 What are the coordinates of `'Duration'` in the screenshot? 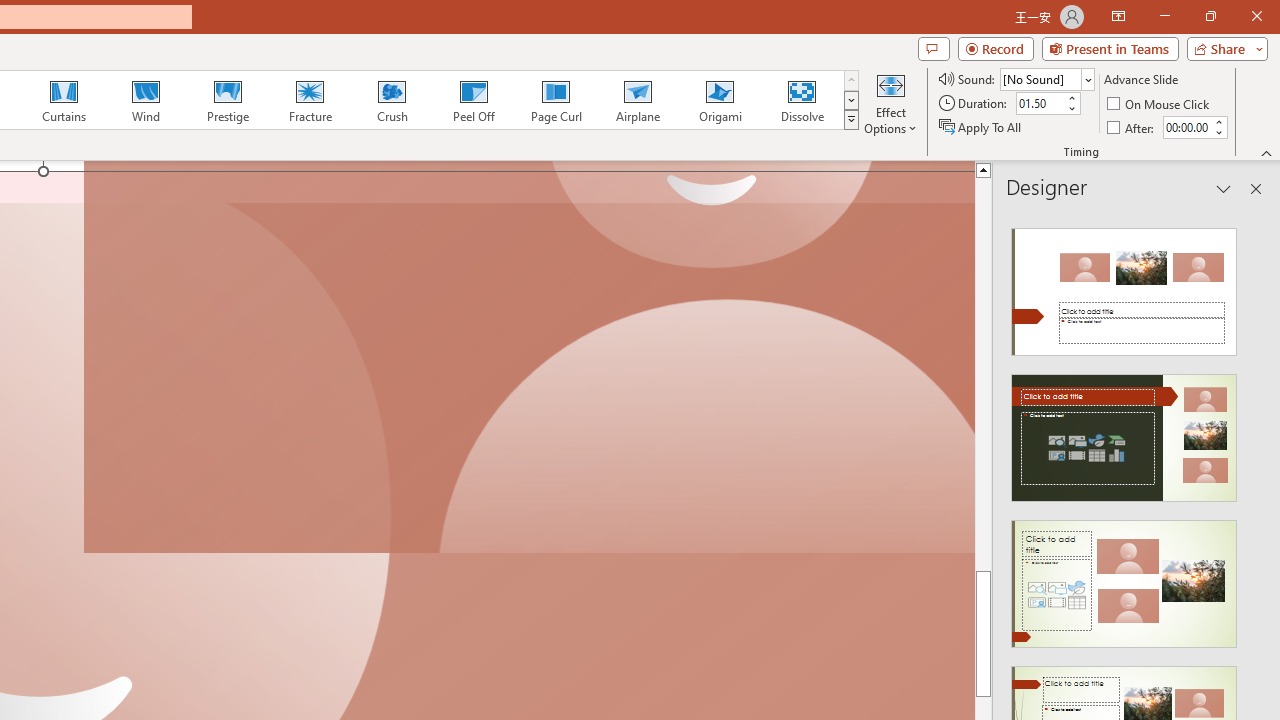 It's located at (1040, 103).